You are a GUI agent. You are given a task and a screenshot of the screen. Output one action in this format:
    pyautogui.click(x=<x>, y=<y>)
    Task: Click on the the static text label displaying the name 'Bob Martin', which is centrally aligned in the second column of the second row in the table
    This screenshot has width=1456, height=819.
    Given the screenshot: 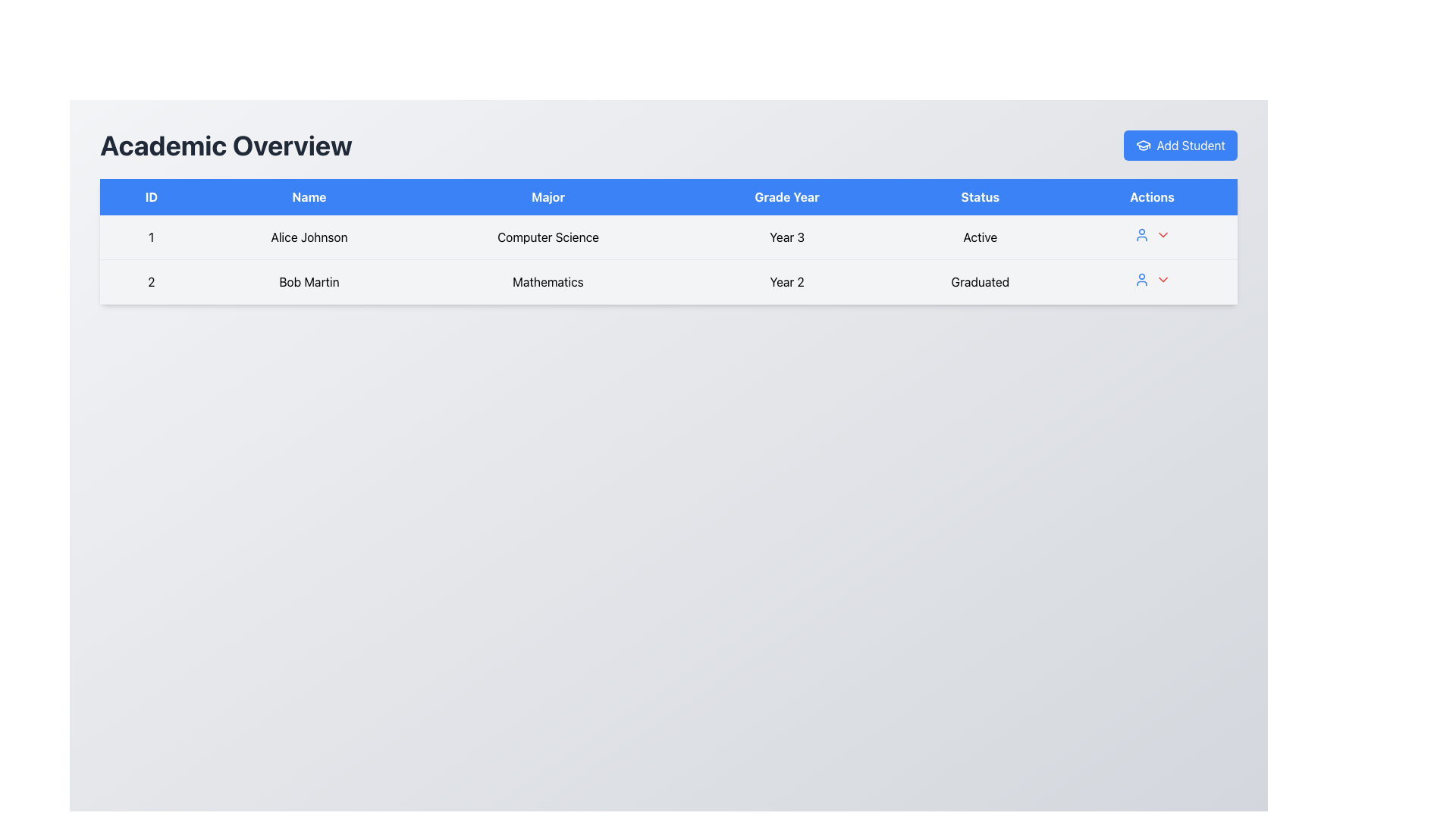 What is the action you would take?
    pyautogui.click(x=309, y=281)
    